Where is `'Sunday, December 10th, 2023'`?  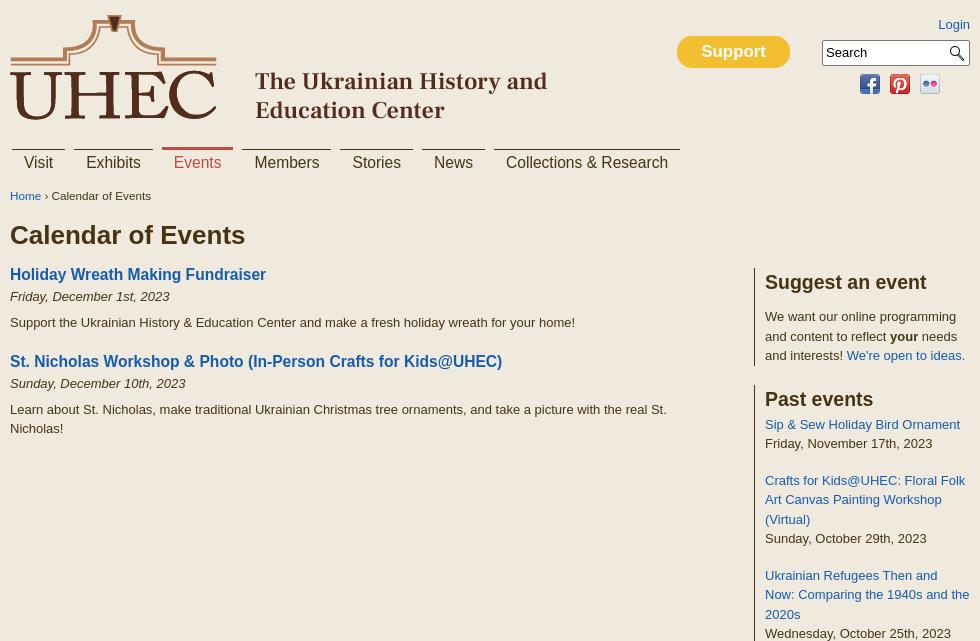 'Sunday, December 10th, 2023' is located at coordinates (97, 382).